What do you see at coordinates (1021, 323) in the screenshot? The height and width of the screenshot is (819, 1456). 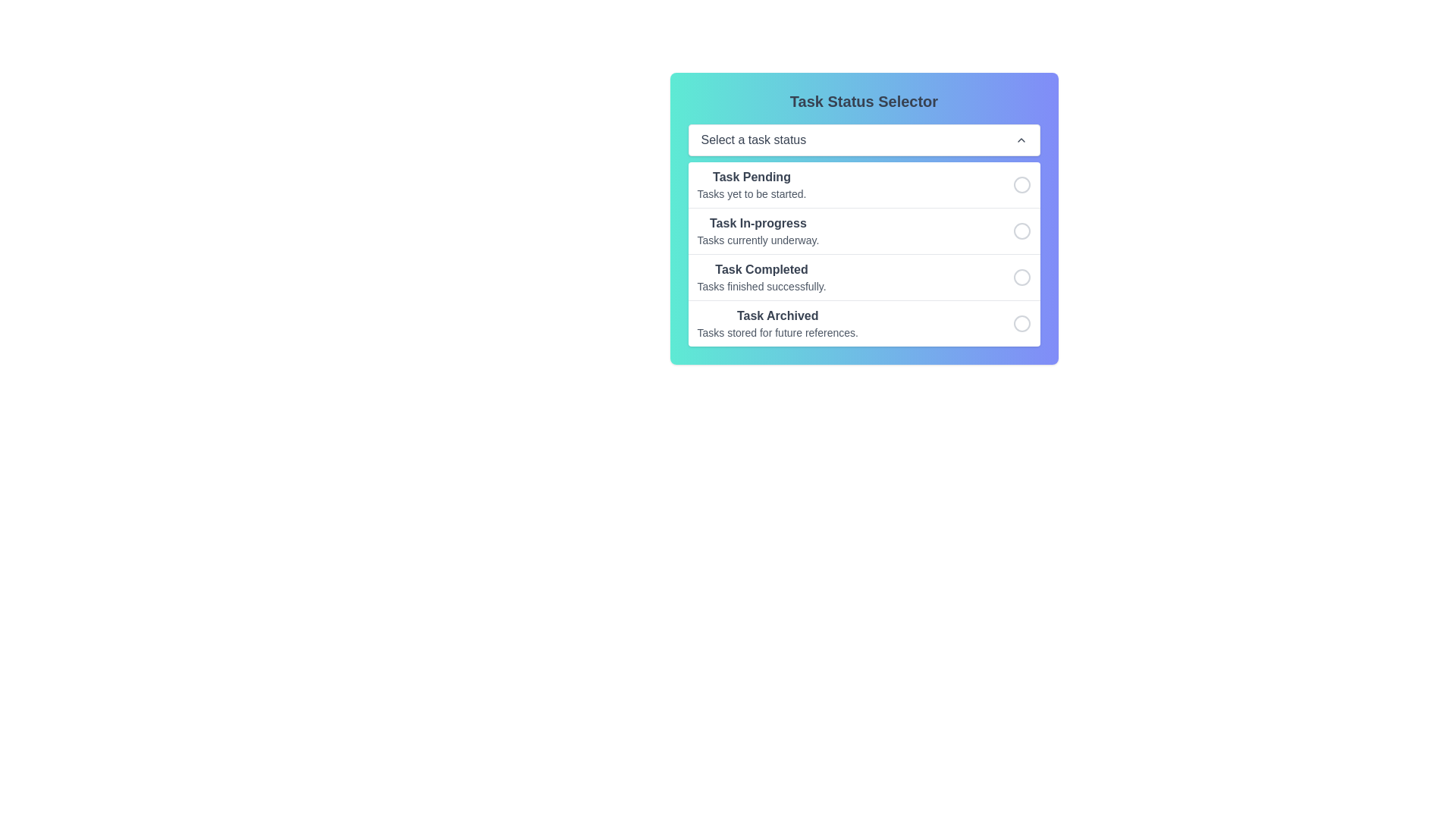 I see `the last radio button (circular outline) located near the text 'Task Archived'` at bounding box center [1021, 323].